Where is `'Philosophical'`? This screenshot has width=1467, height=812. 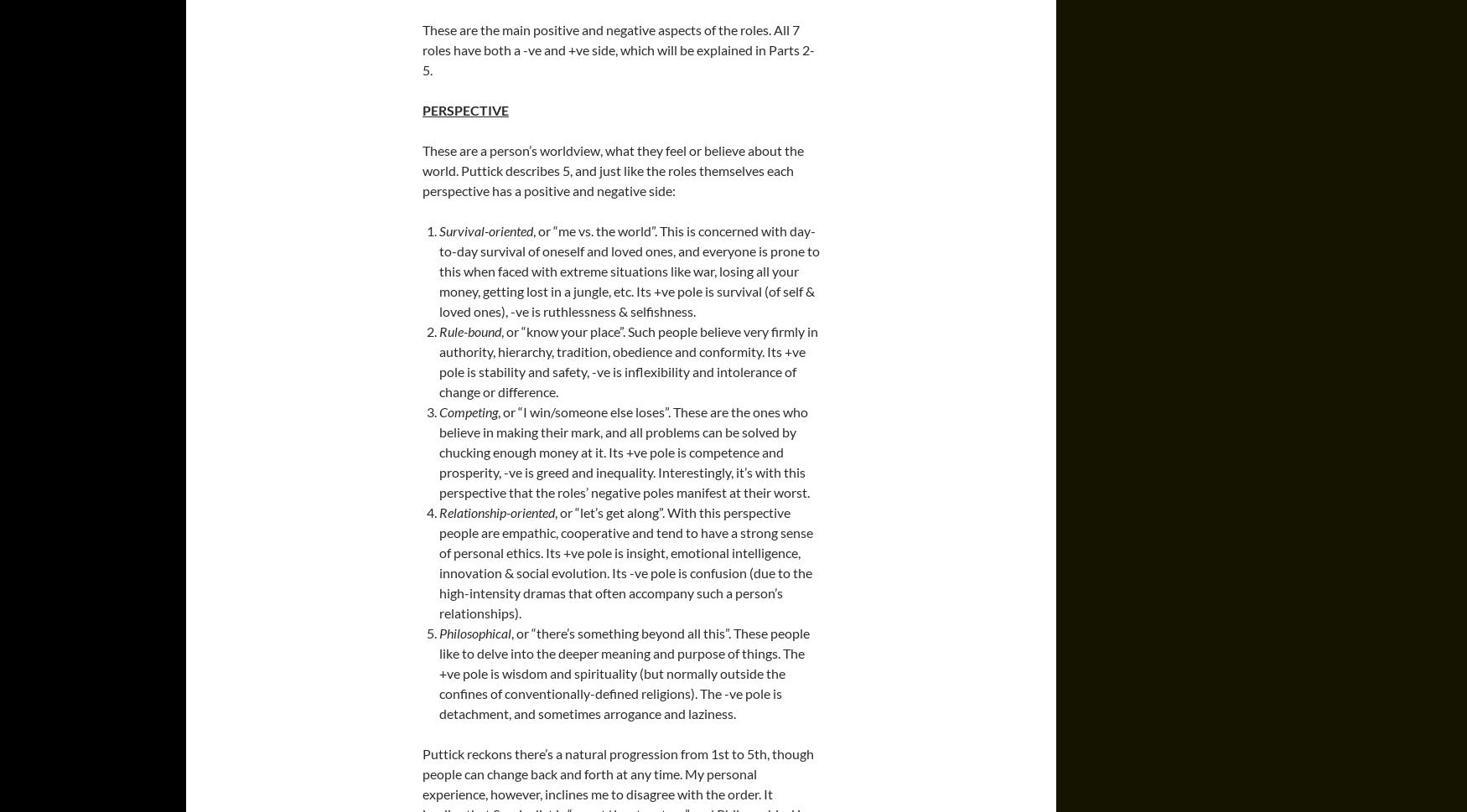
'Philosophical' is located at coordinates (475, 632).